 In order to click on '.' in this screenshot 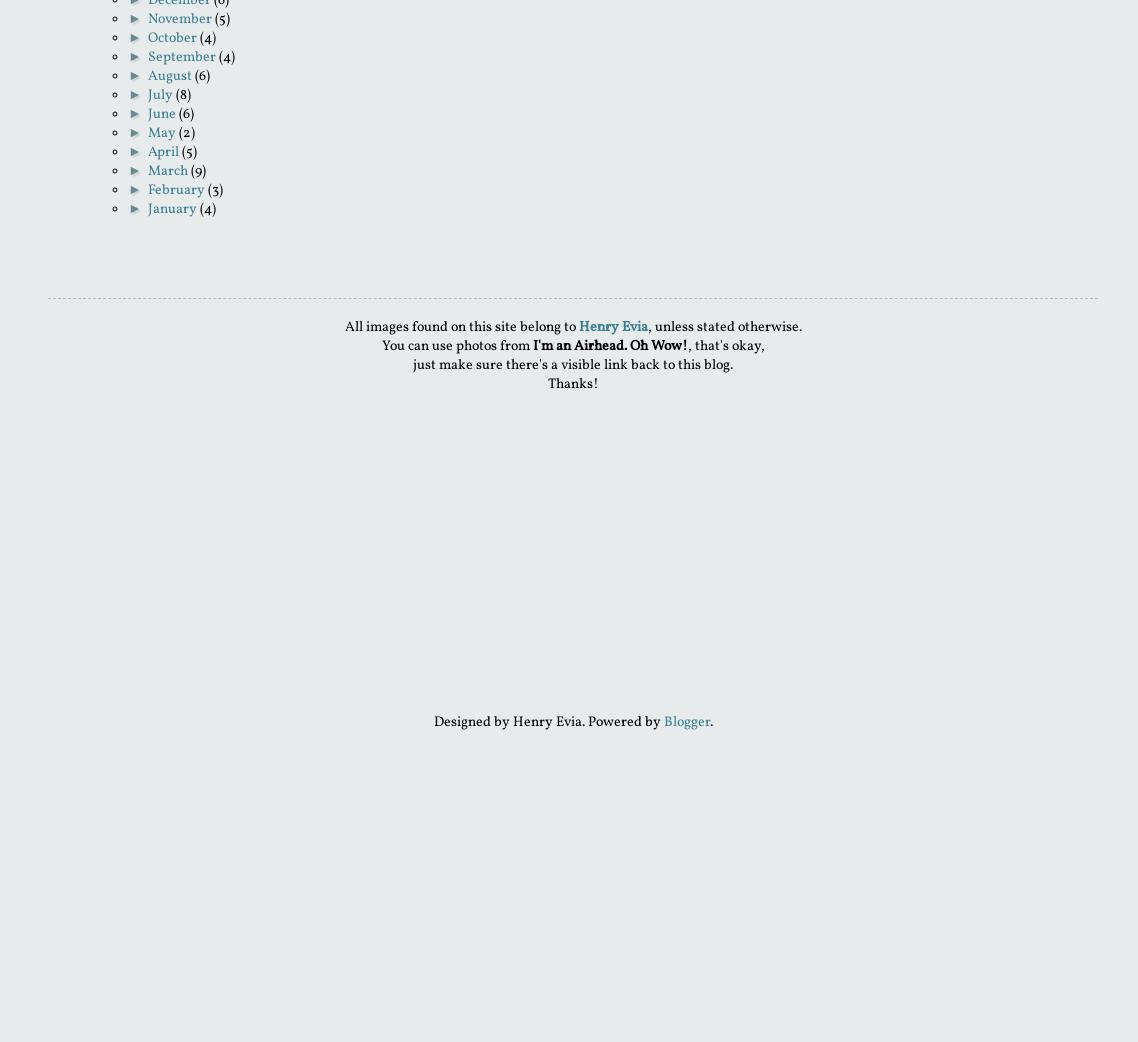, I will do `click(710, 721)`.